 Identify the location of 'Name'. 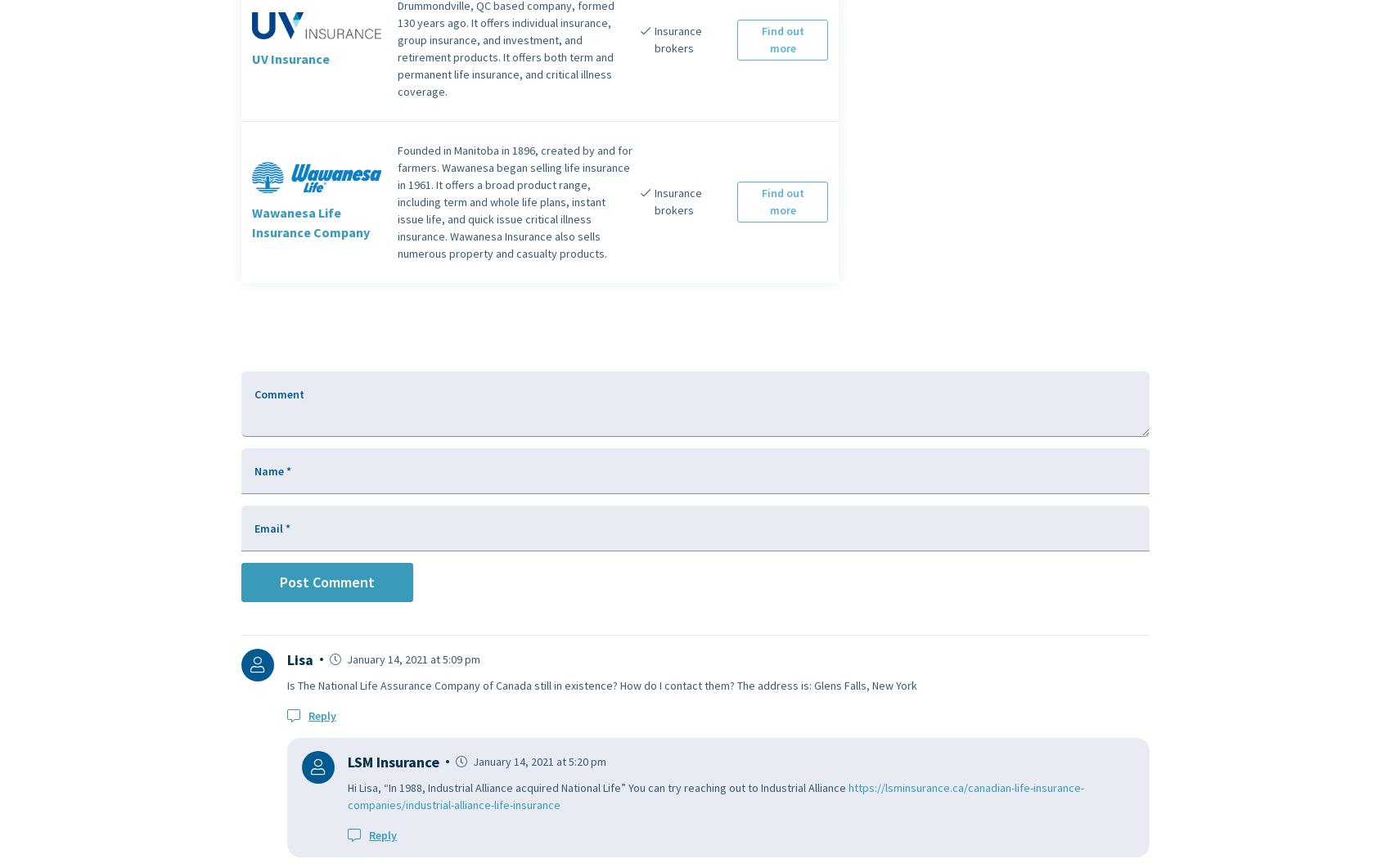
(269, 469).